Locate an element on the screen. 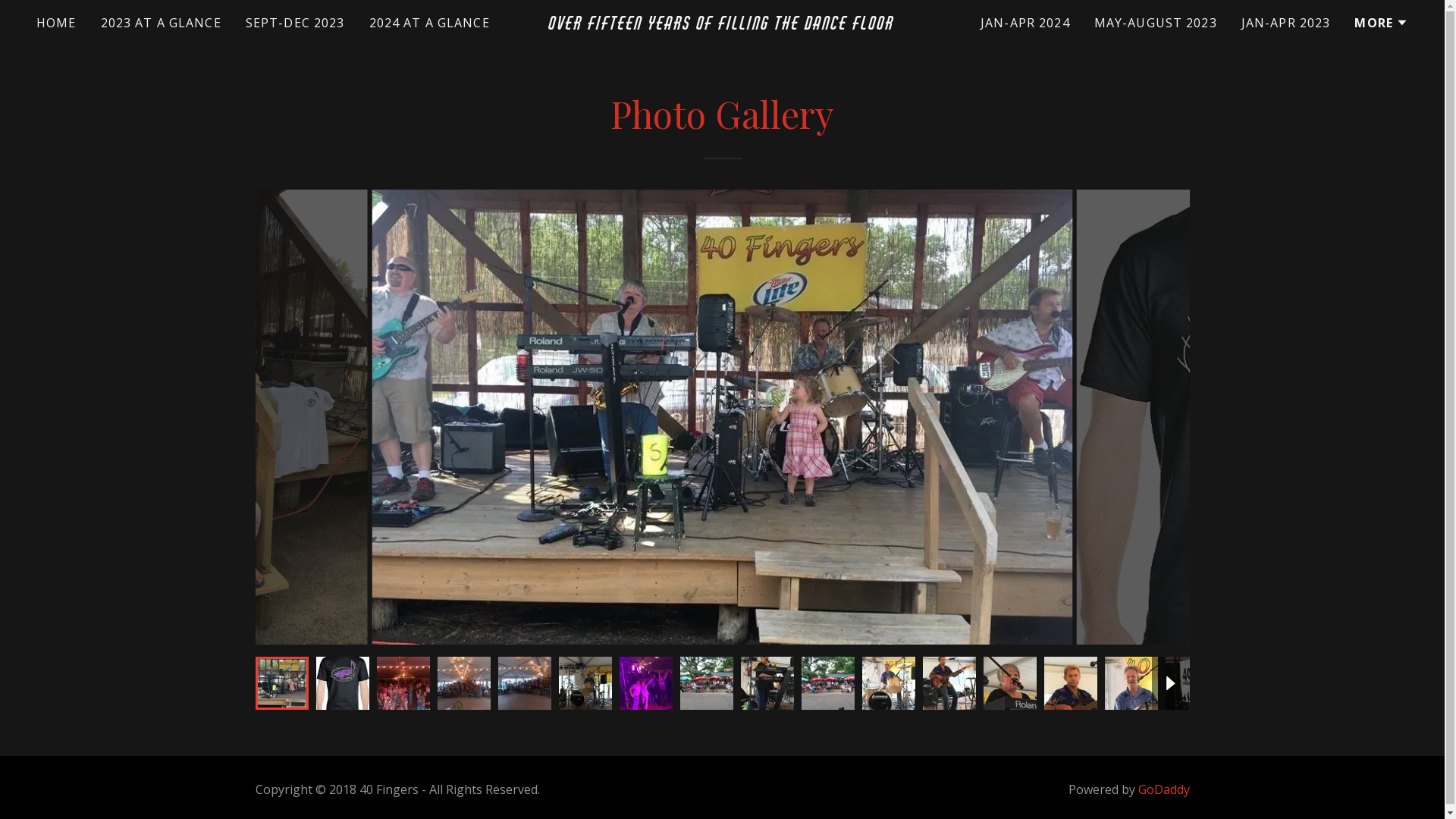 Image resolution: width=1456 pixels, height=819 pixels. 'OVER FIFTEEN YEARS OF FILLING THE DANCE FLOOR' is located at coordinates (721, 24).